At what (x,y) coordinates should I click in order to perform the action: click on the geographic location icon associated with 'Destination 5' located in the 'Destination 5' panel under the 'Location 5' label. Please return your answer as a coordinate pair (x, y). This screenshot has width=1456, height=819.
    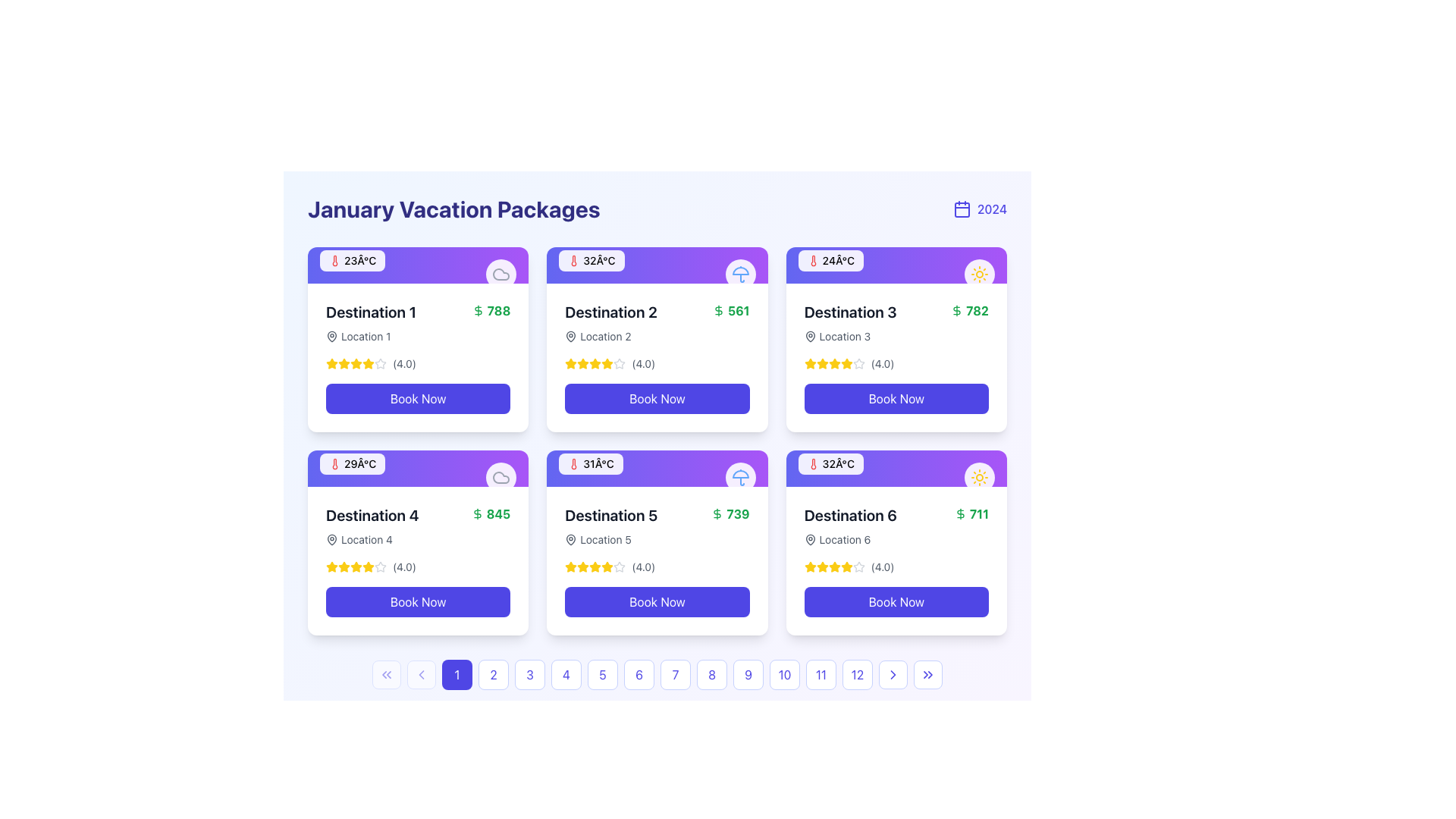
    Looking at the image, I should click on (570, 539).